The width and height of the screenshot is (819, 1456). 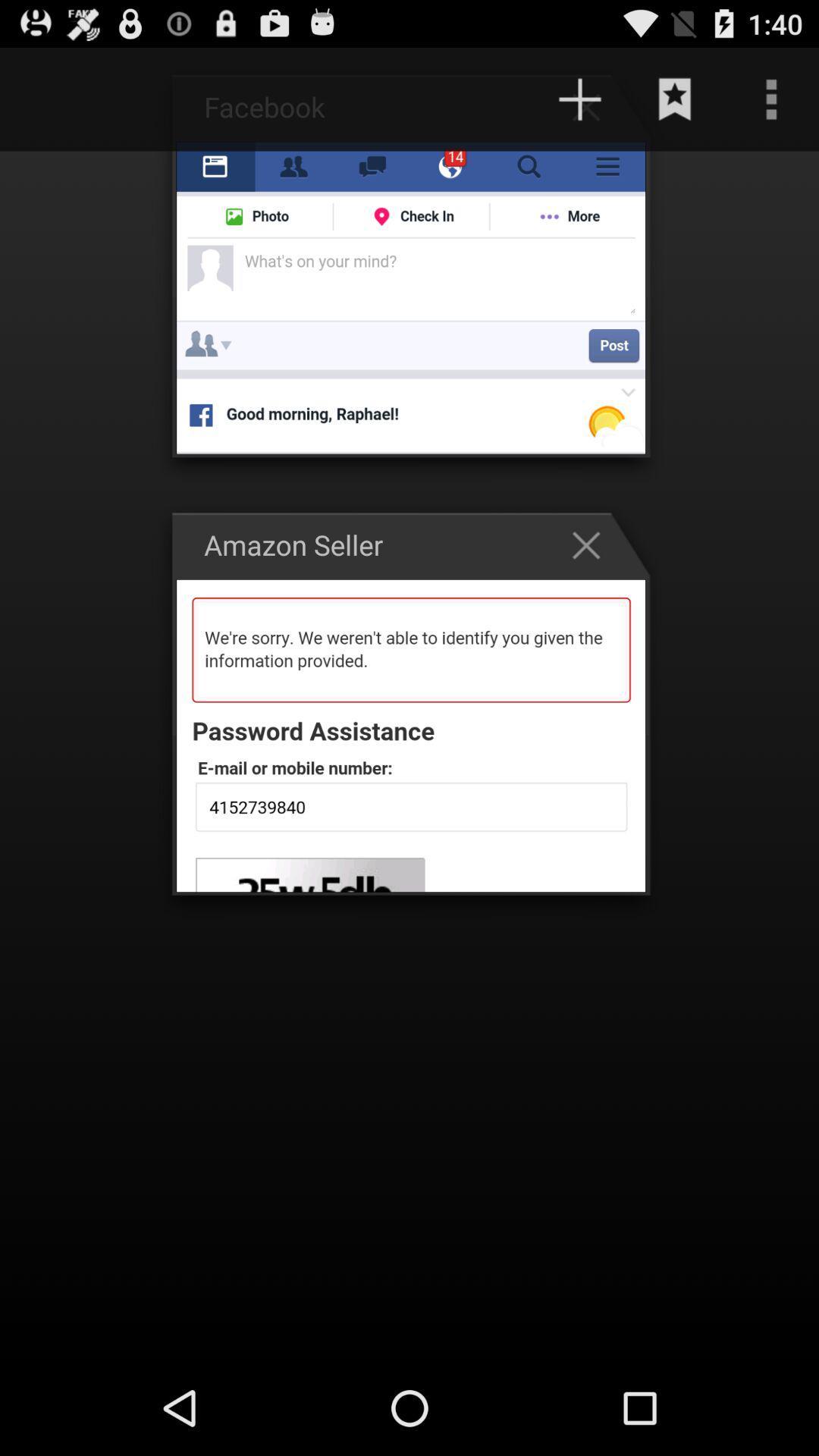 I want to click on the more icon, so click(x=771, y=105).